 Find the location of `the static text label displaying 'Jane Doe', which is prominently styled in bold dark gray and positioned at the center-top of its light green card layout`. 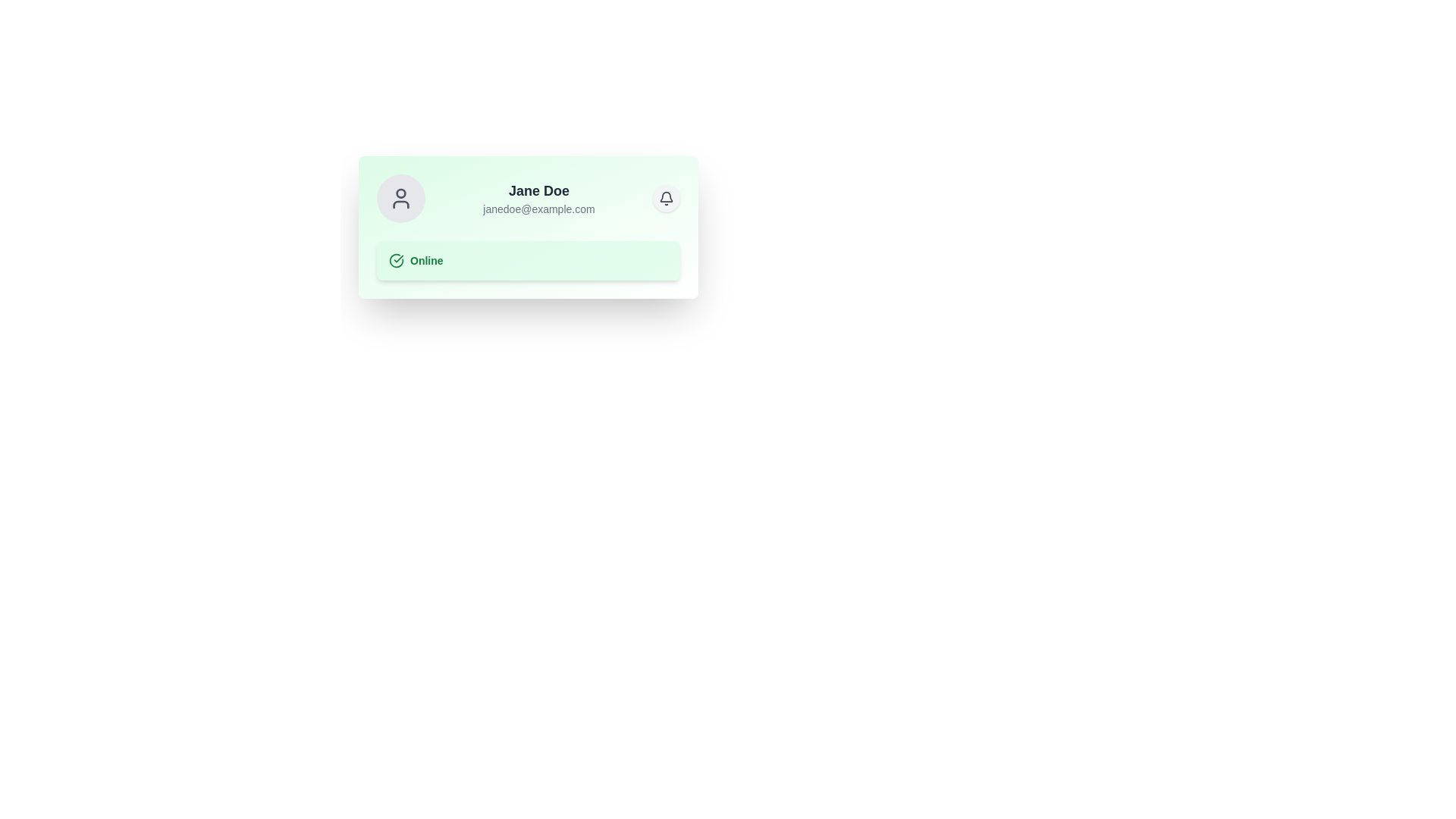

the static text label displaying 'Jane Doe', which is prominently styled in bold dark gray and positioned at the center-top of its light green card layout is located at coordinates (538, 190).